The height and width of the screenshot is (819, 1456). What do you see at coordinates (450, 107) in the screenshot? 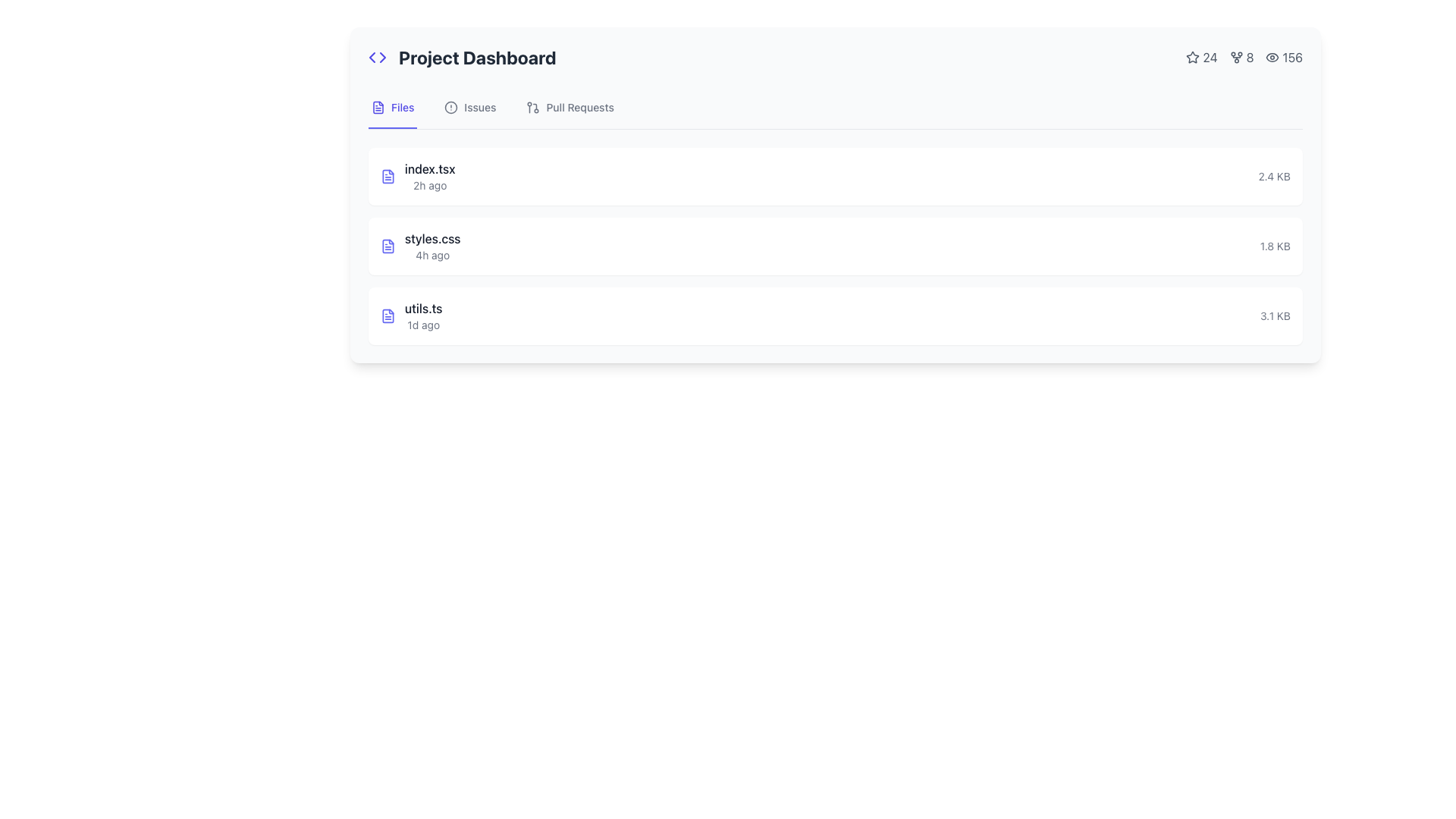
I see `the circular icon with a thin black outline, featuring a vertical line segment at the top center and a dot below it, located to the left of the 'Issues' text in the navigation bar` at bounding box center [450, 107].